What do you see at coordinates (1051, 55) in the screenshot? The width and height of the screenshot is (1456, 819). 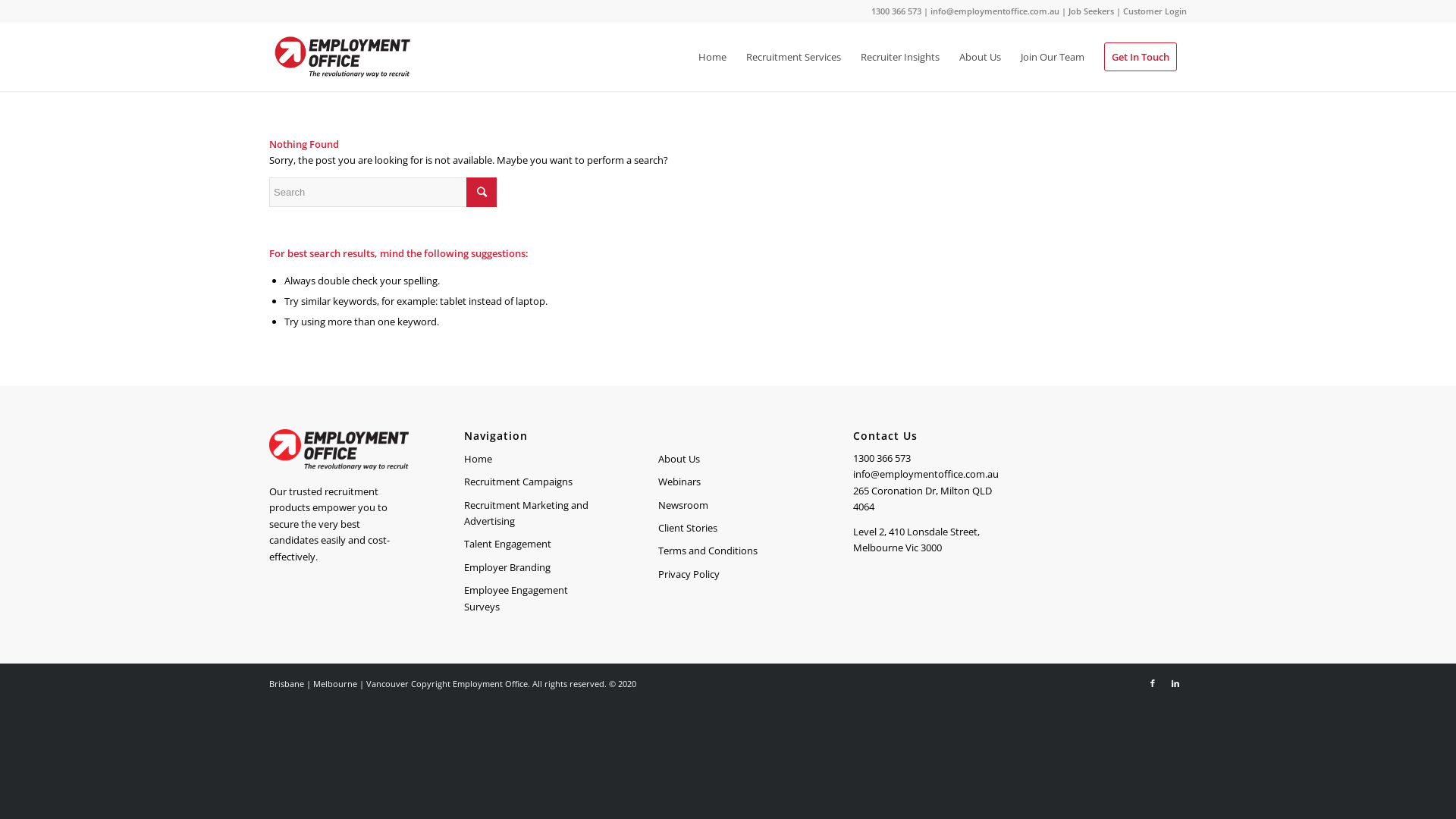 I see `'Join Our Team'` at bounding box center [1051, 55].